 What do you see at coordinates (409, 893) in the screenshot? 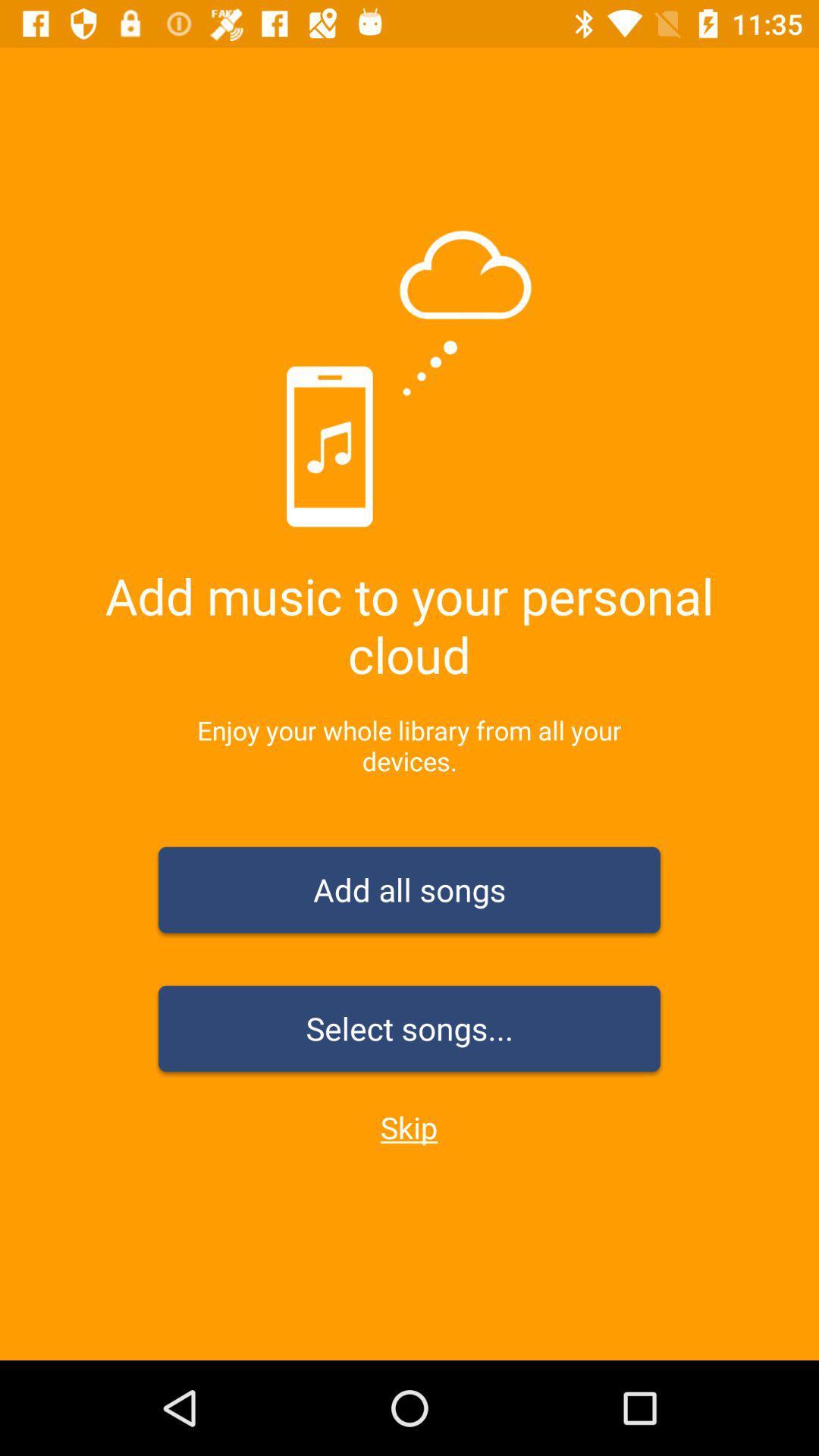
I see `the item below enjoy your whole` at bounding box center [409, 893].